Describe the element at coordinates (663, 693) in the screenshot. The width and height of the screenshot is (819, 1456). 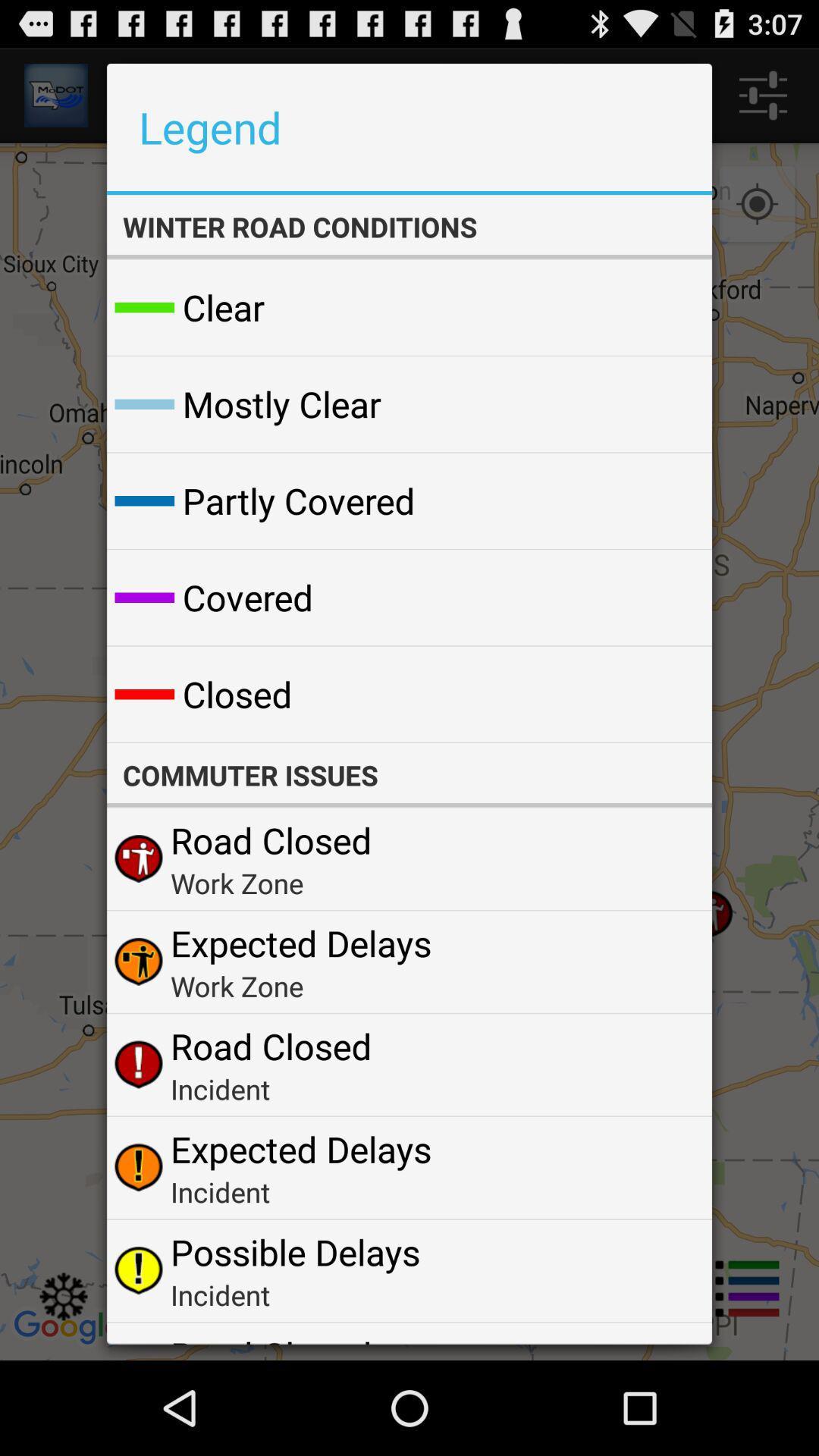
I see `icon next to closed app` at that location.